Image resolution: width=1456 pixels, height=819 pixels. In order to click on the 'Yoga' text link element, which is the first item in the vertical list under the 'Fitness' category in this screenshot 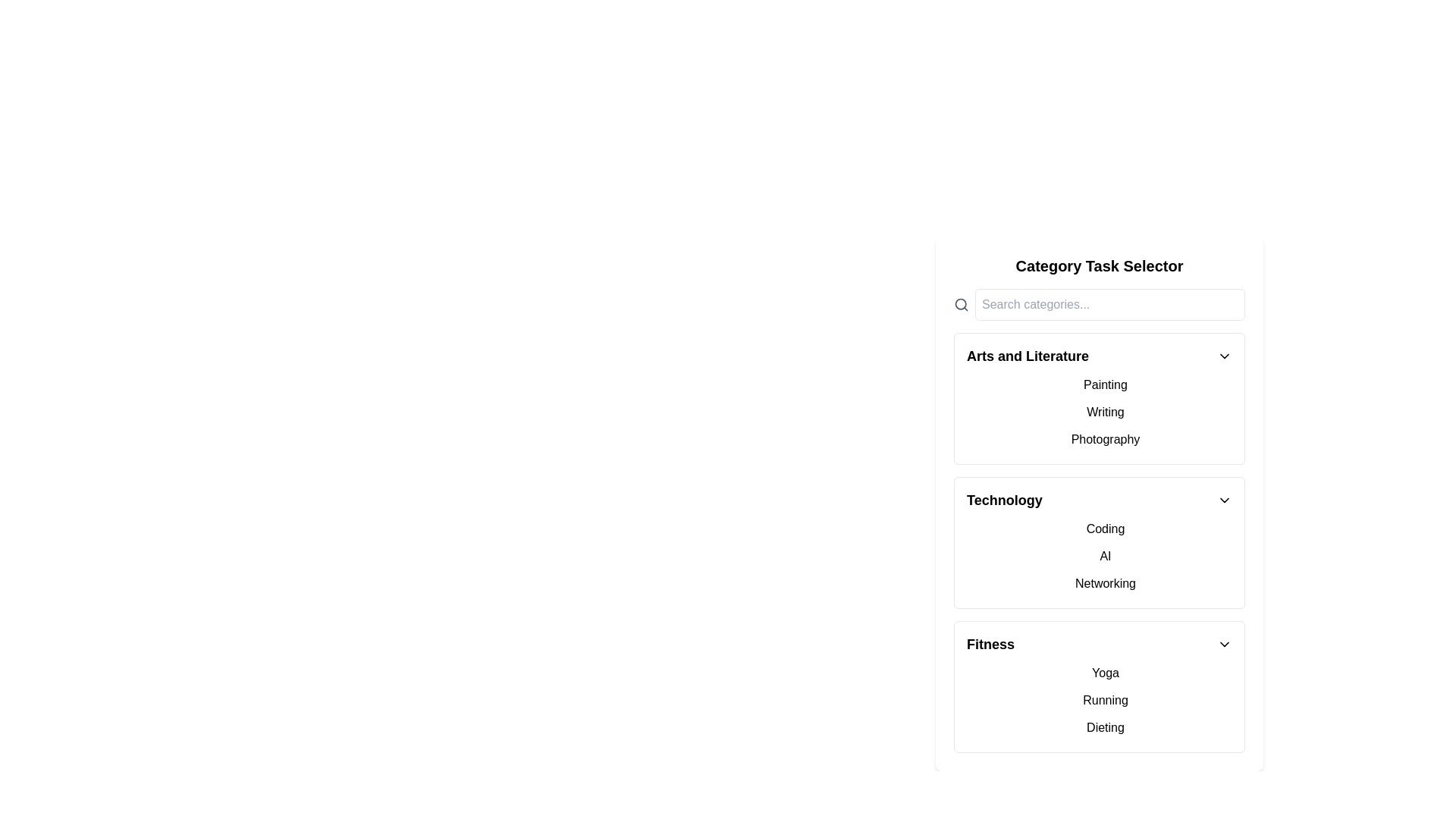, I will do `click(1106, 672)`.